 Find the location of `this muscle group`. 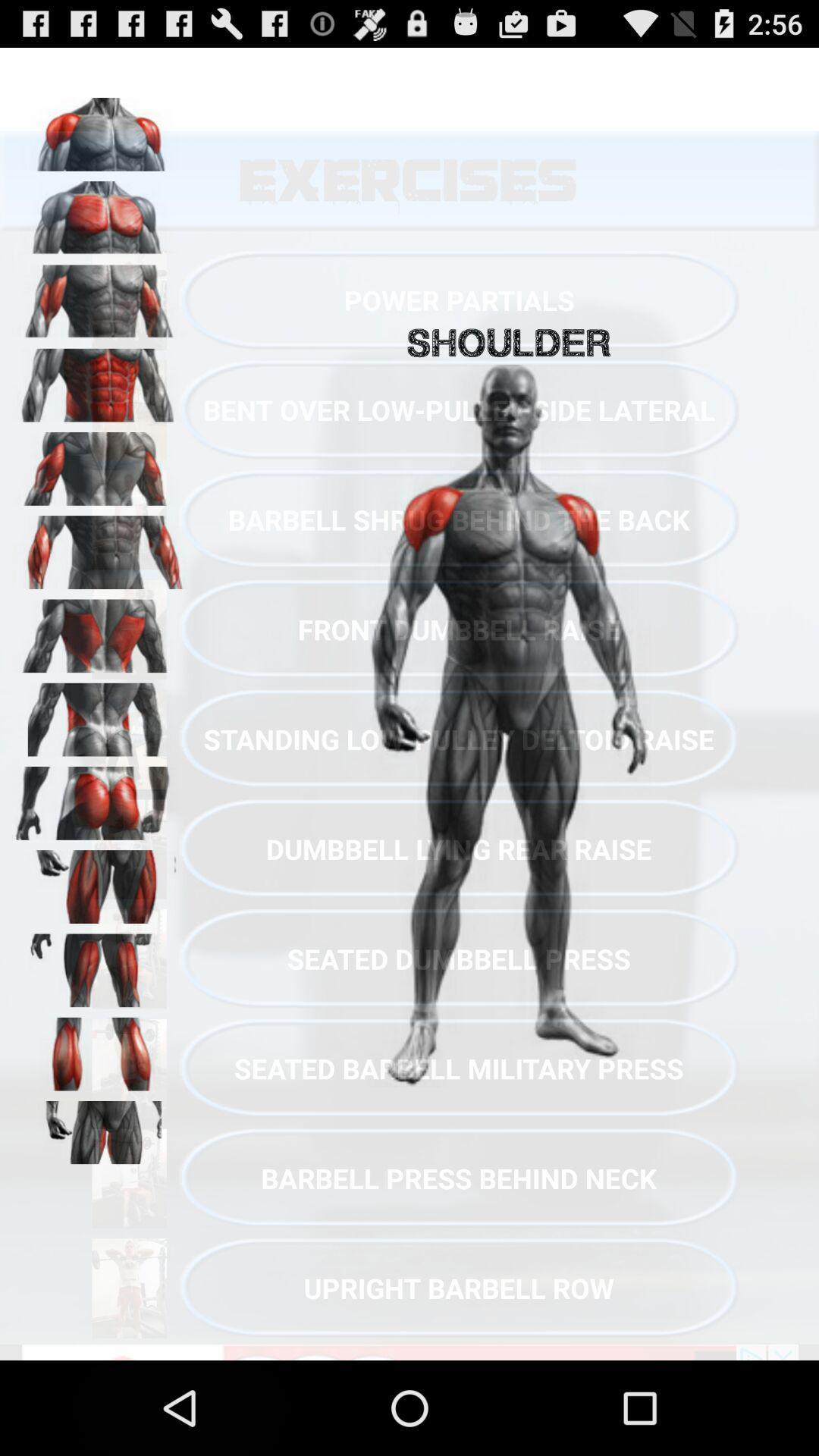

this muscle group is located at coordinates (99, 1132).